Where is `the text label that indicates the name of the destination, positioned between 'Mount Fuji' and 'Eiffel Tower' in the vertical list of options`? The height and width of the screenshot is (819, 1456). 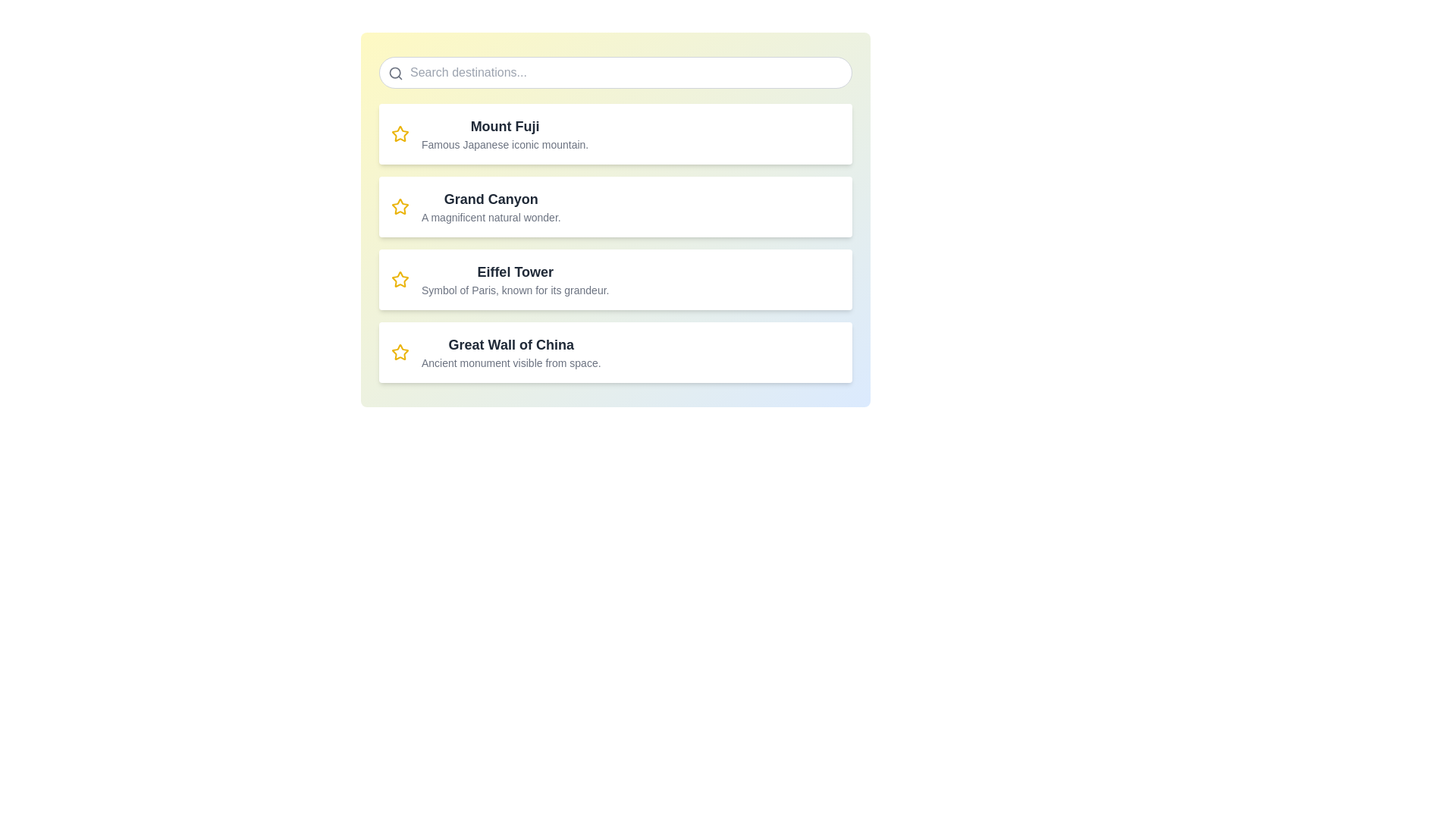 the text label that indicates the name of the destination, positioned between 'Mount Fuji' and 'Eiffel Tower' in the vertical list of options is located at coordinates (491, 198).